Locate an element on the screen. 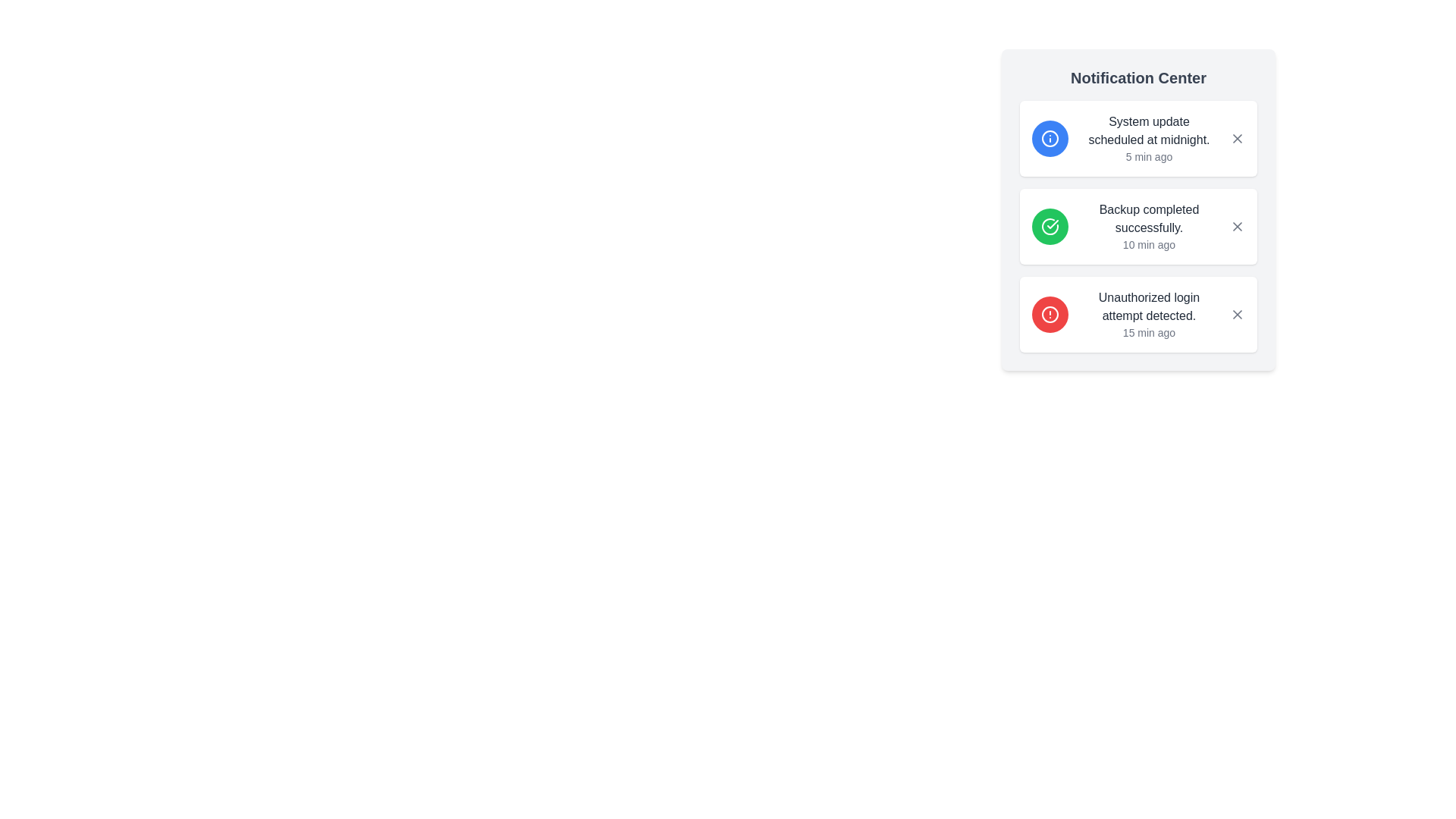 The width and height of the screenshot is (1456, 819). the button with a gray hover effect located in the top right corner of the notification saying 'System update scheduled at midnight.' is located at coordinates (1238, 138).